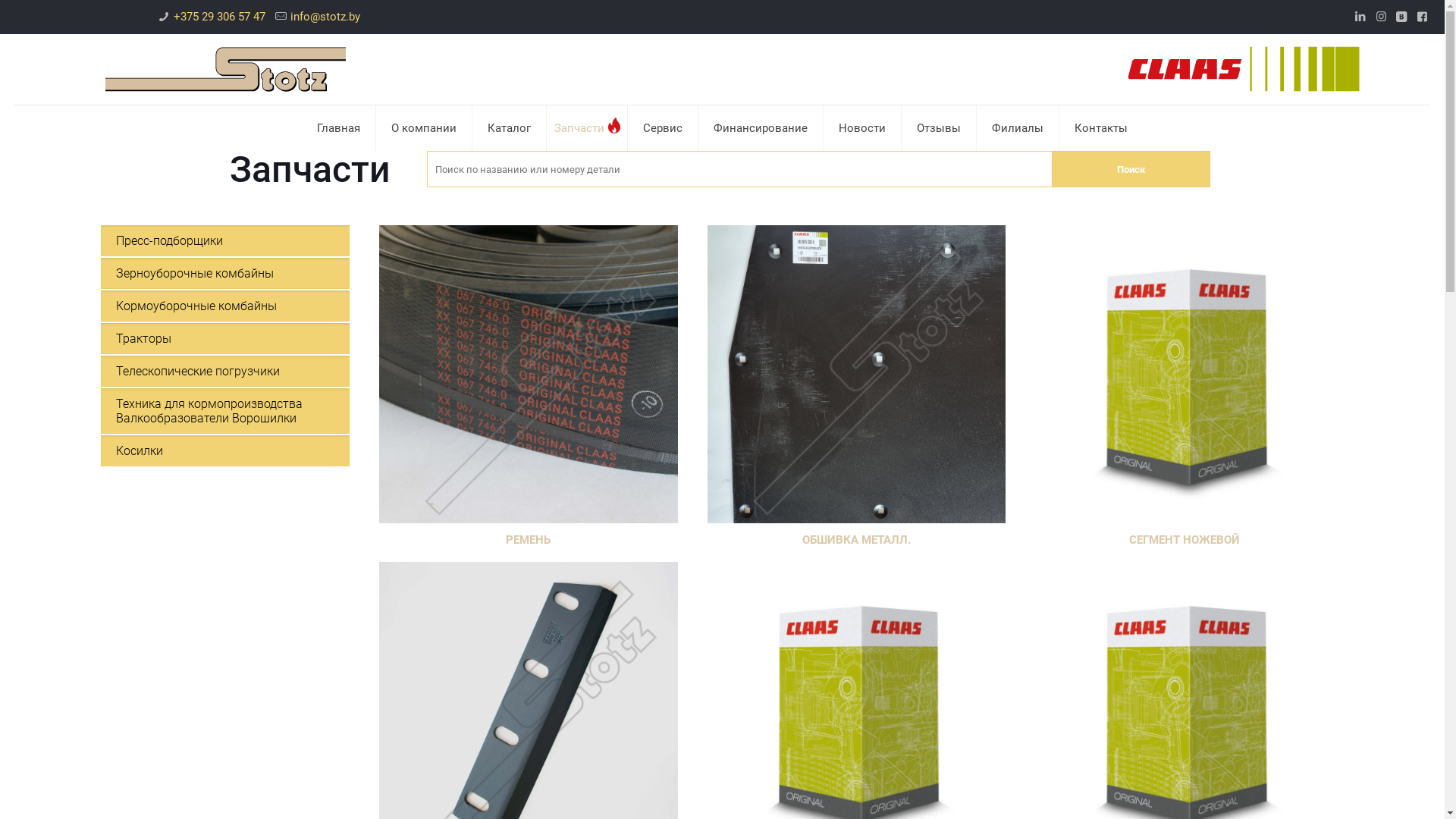 This screenshot has height=819, width=1456. What do you see at coordinates (1002, 602) in the screenshot?
I see `'+ 375 44 517 03 00'` at bounding box center [1002, 602].